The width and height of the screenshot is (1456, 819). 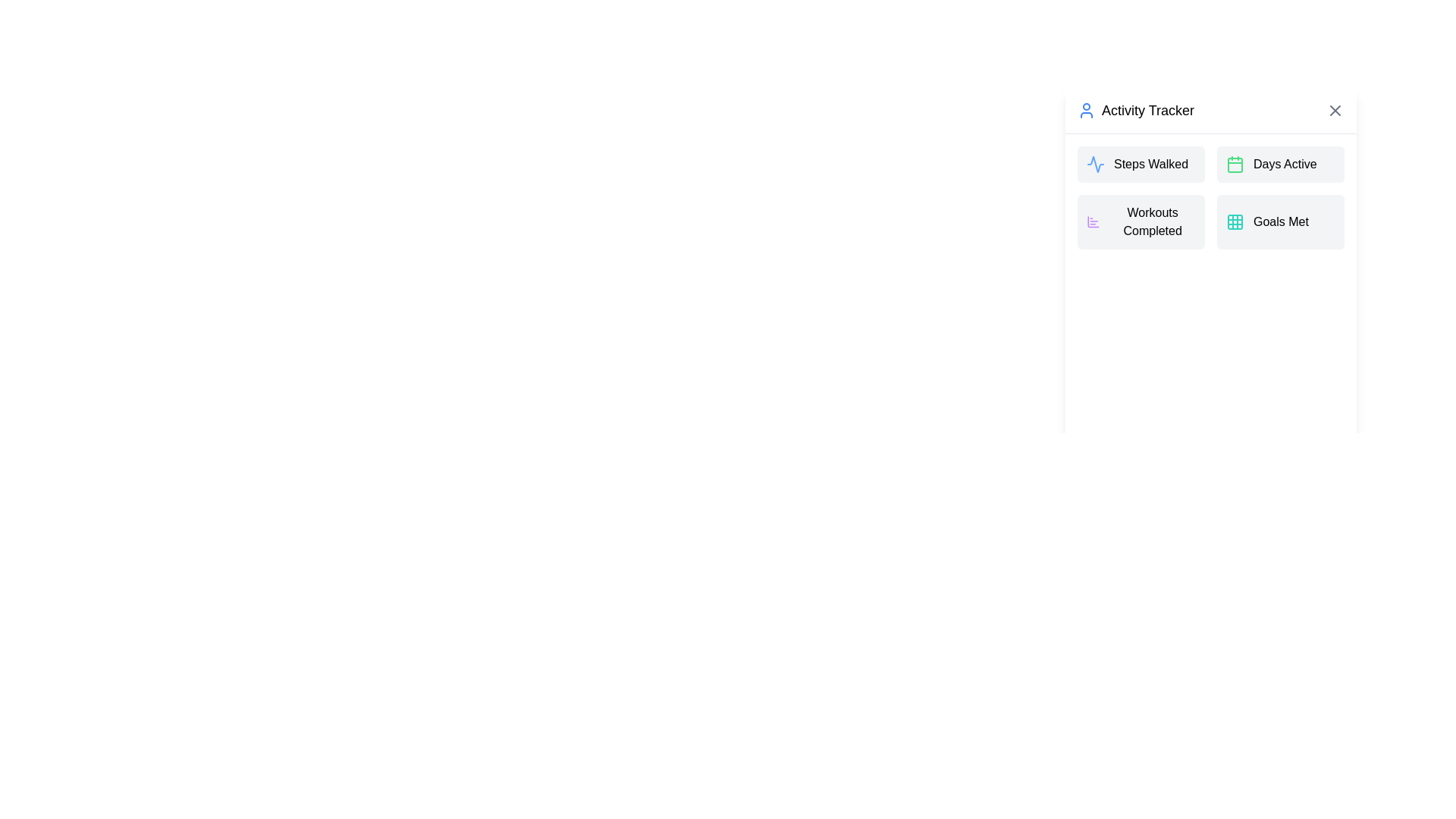 What do you see at coordinates (1086, 110) in the screenshot?
I see `the user profile icon, which is a blue circular icon representing a person, located to the left of the 'Activity Tracker' title text` at bounding box center [1086, 110].